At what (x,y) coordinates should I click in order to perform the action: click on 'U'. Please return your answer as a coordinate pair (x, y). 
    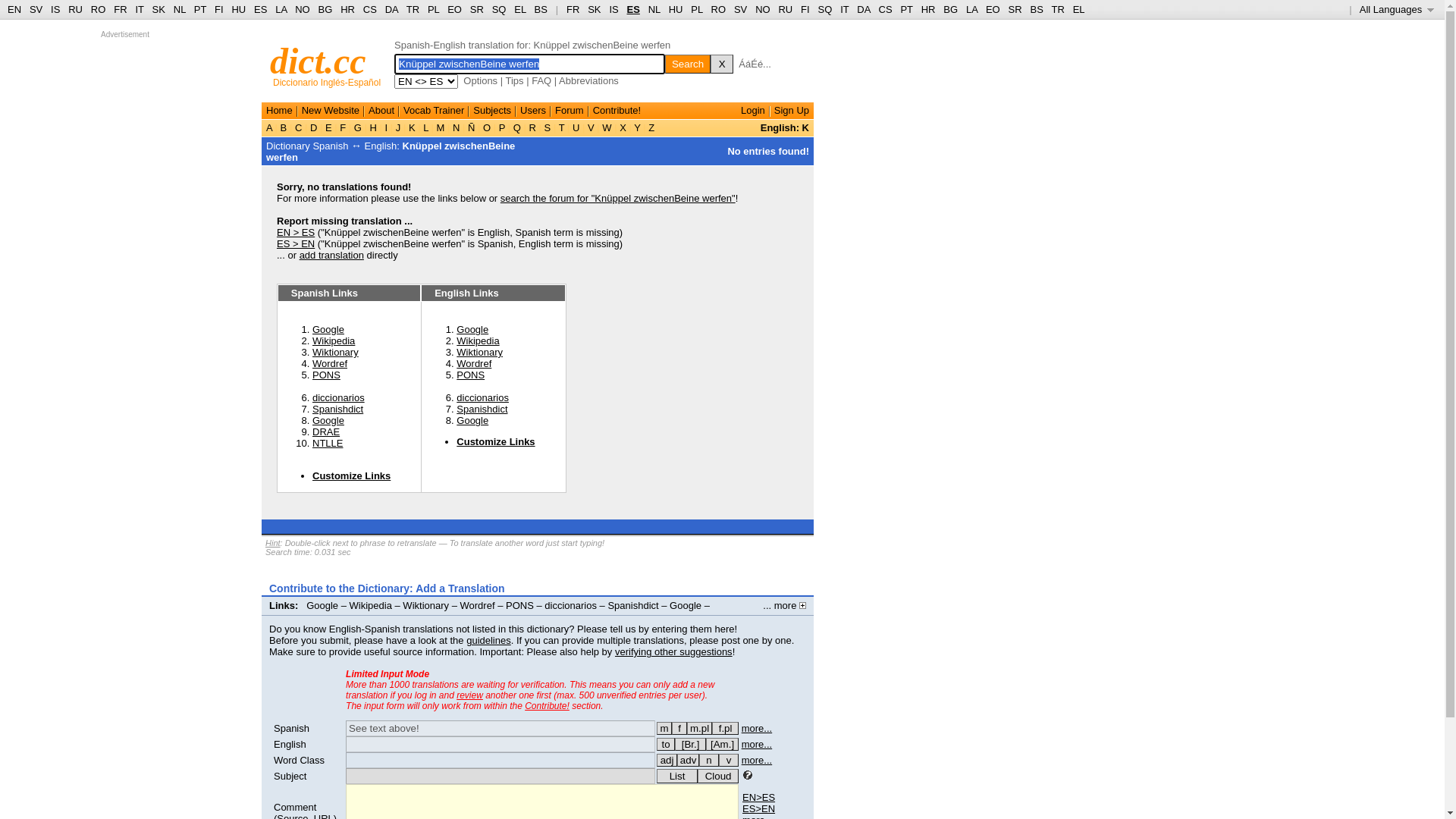
    Looking at the image, I should click on (575, 127).